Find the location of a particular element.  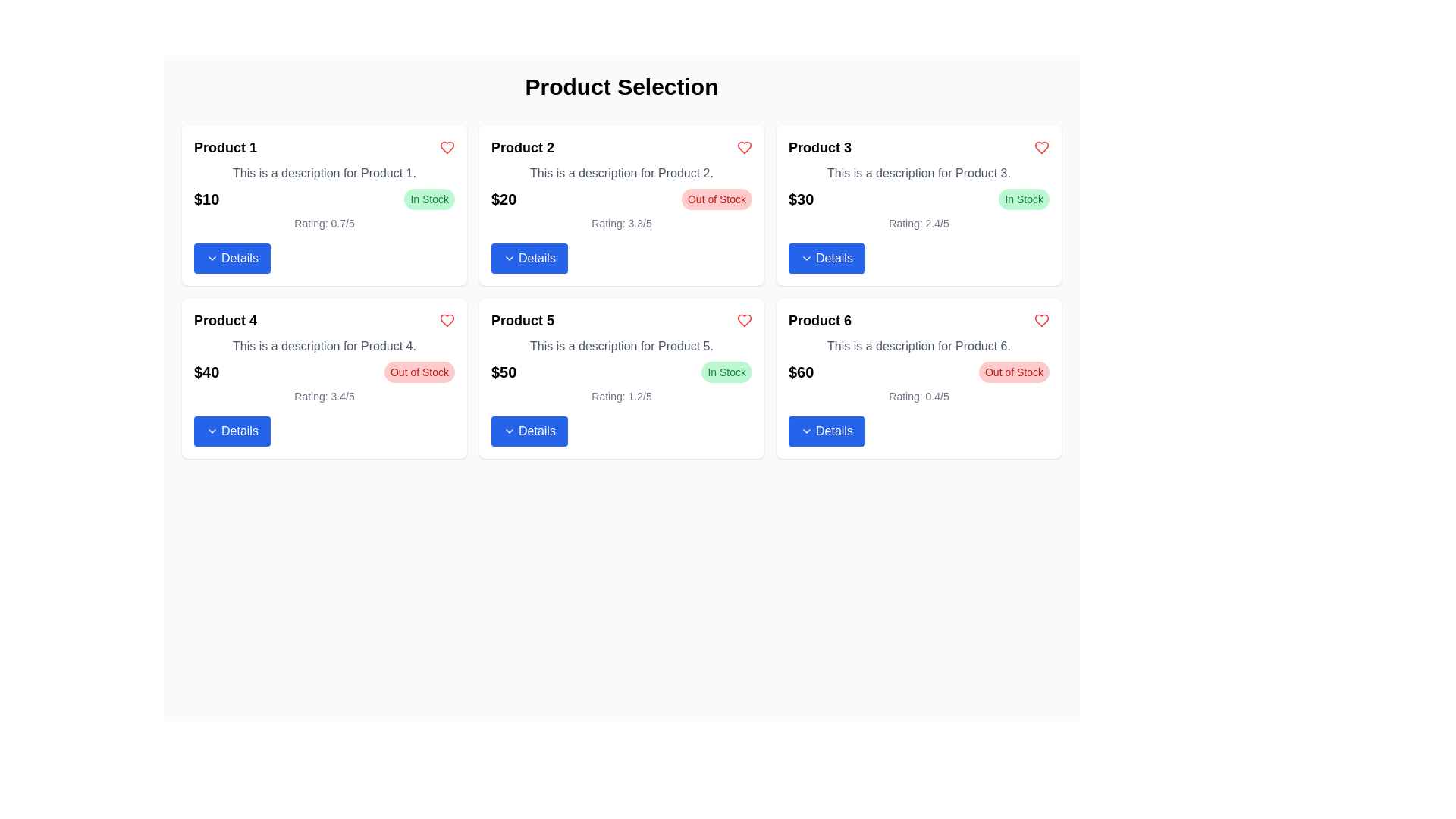

the heart-shaped icon button in the top-right corner of the 'Product 2' card is located at coordinates (745, 148).